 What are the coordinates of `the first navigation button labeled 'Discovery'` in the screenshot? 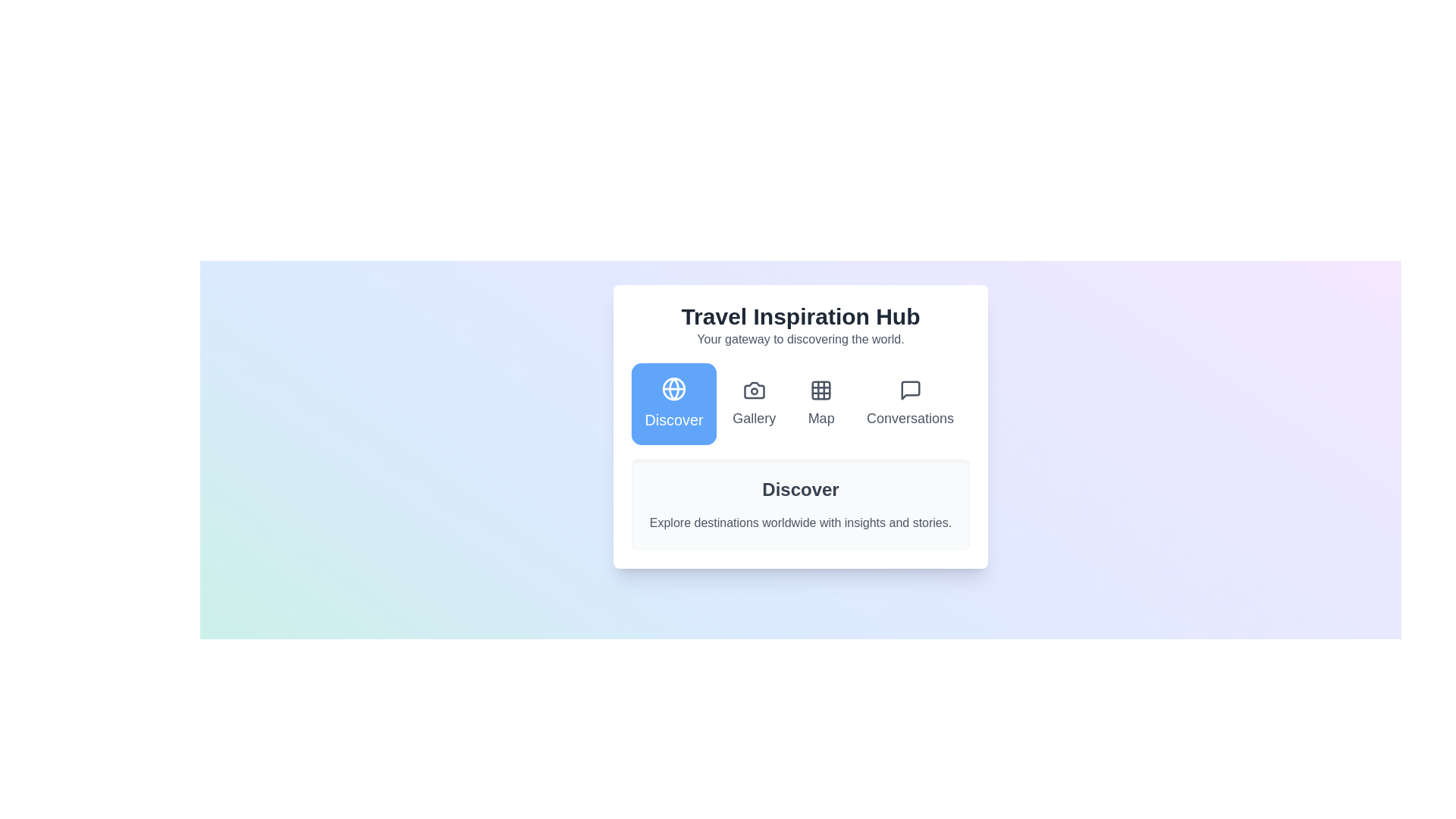 It's located at (673, 403).